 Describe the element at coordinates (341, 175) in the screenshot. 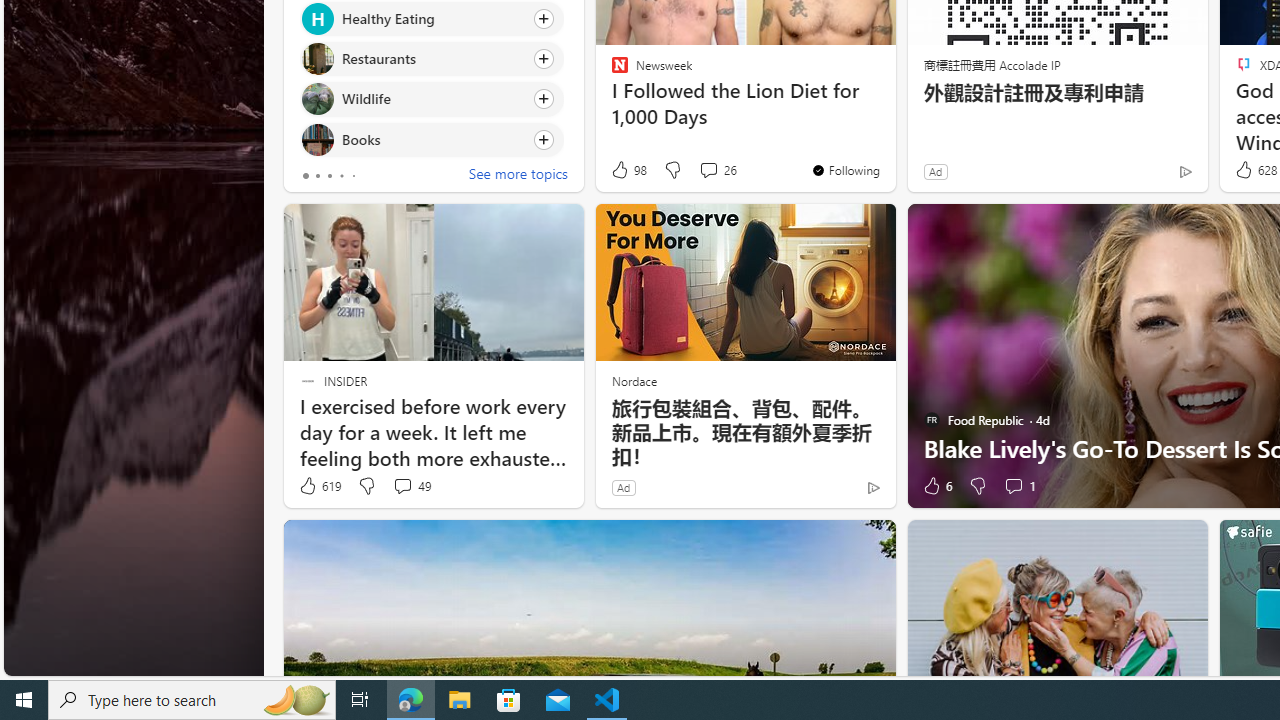

I see `'tab-3'` at that location.